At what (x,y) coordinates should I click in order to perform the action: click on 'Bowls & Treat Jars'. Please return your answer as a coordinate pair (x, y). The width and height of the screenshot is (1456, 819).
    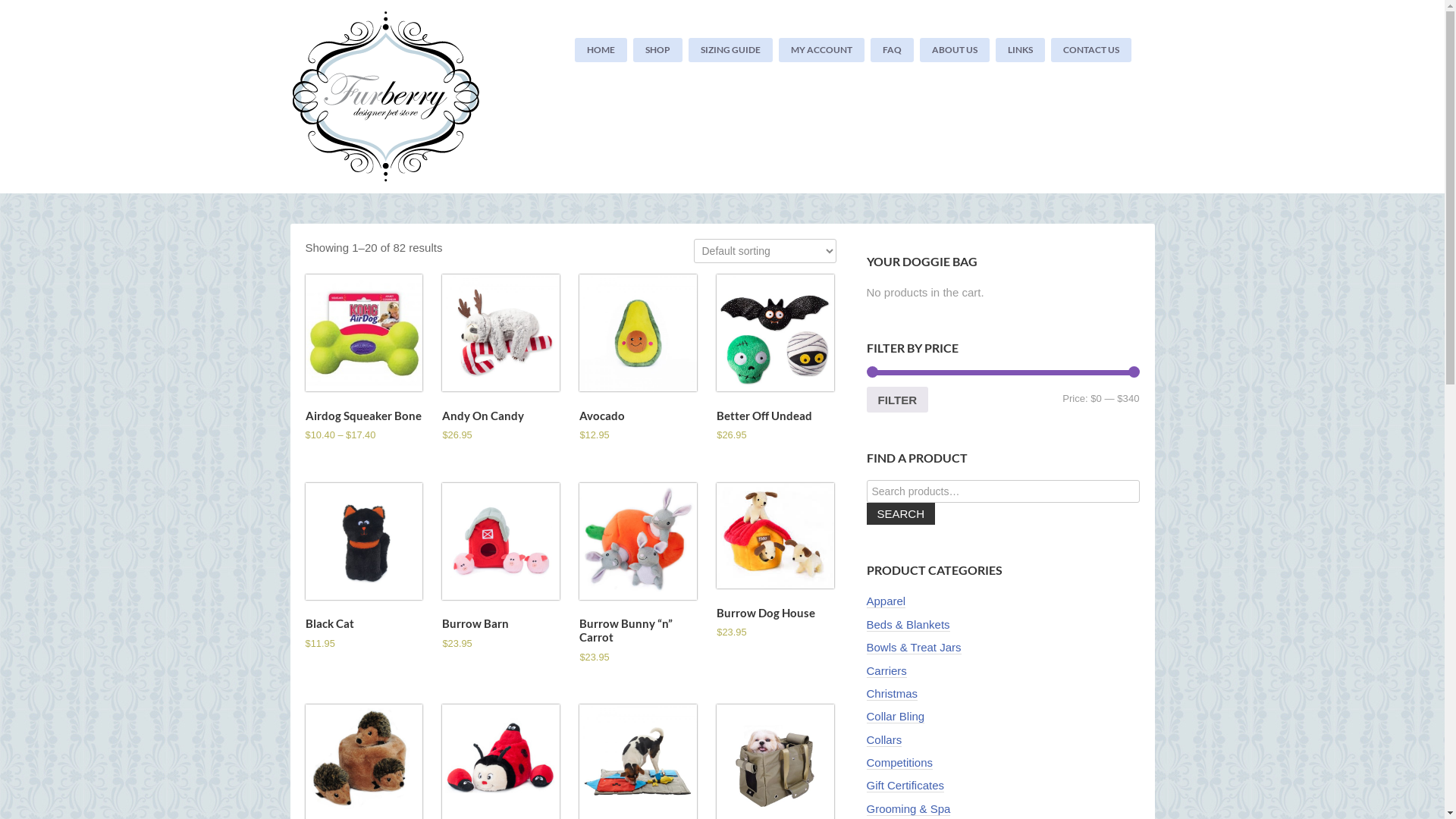
    Looking at the image, I should click on (912, 647).